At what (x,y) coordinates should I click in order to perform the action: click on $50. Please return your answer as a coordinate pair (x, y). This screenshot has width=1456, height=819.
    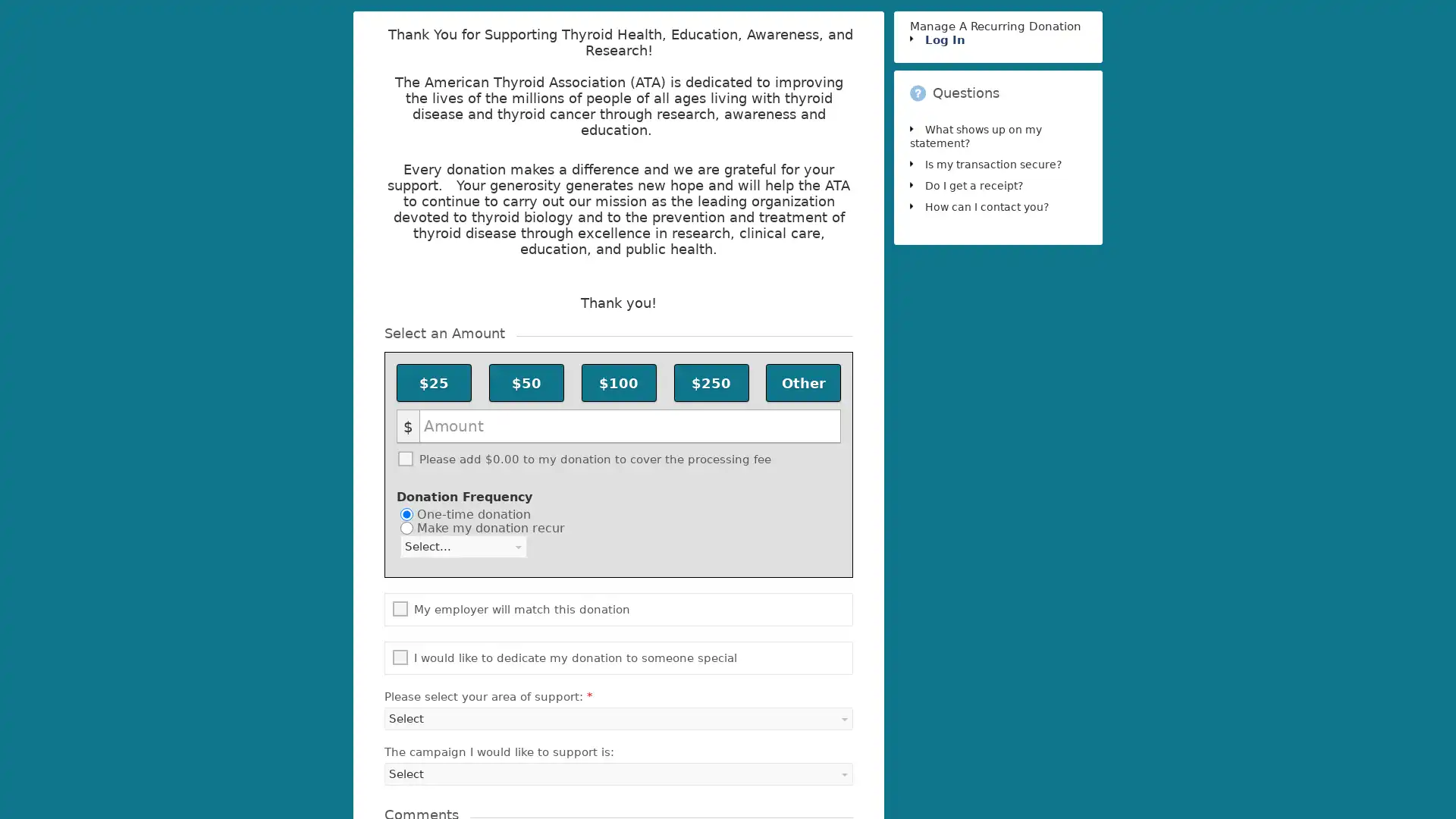
    Looking at the image, I should click on (526, 382).